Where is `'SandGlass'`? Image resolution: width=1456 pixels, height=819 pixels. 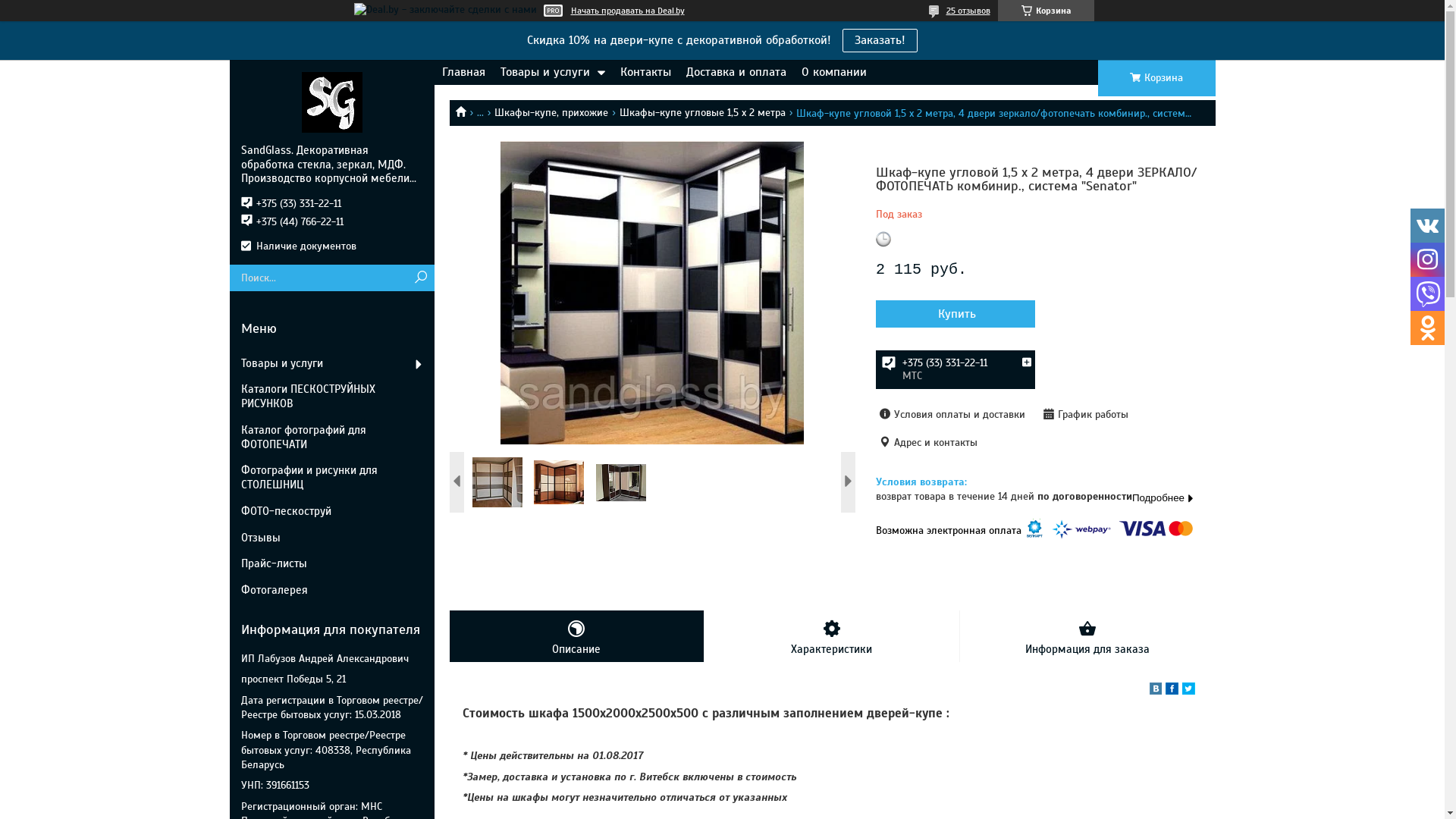
'SandGlass' is located at coordinates (331, 102).